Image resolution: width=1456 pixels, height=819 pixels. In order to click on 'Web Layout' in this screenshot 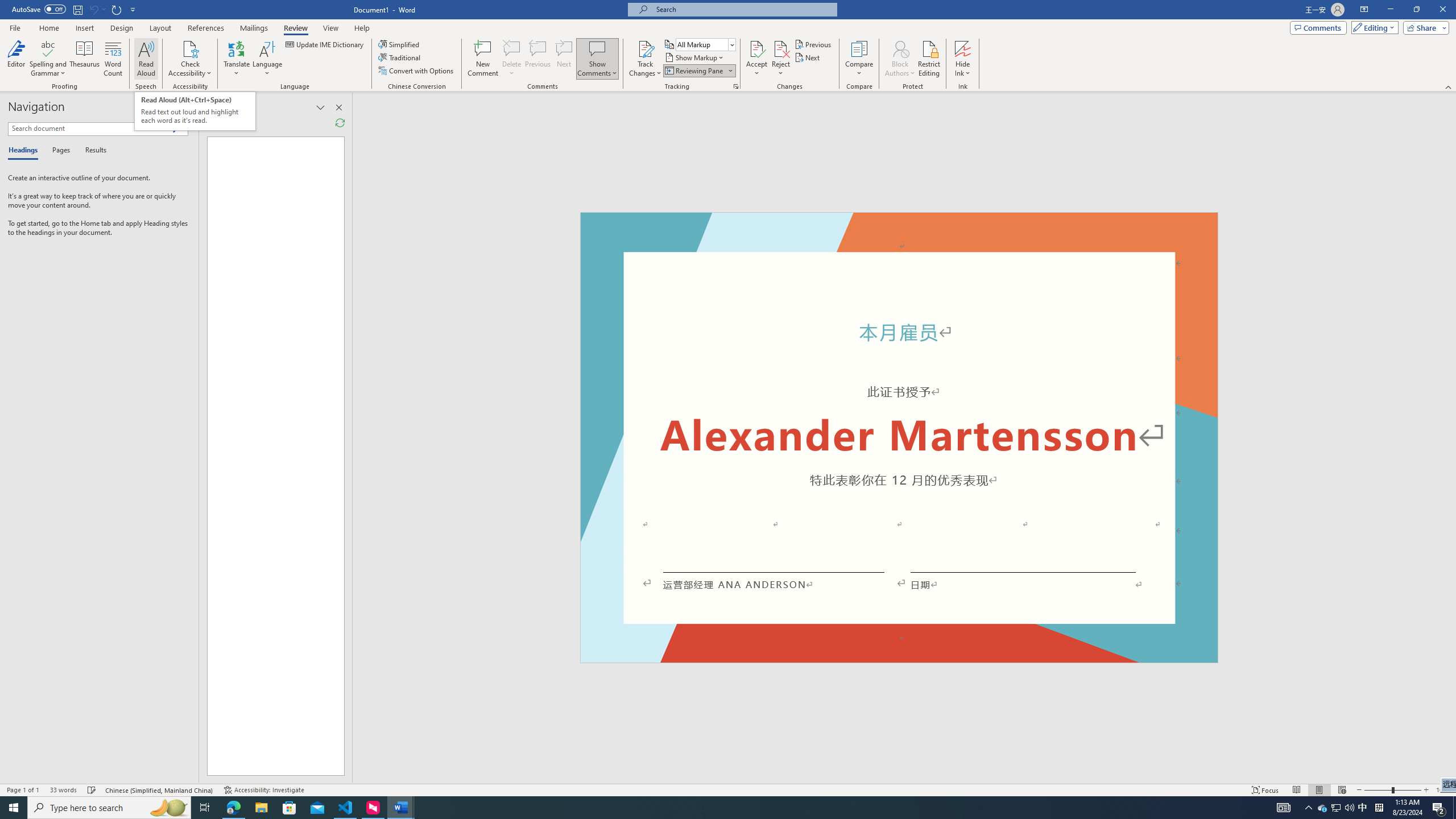, I will do `click(1342, 790)`.